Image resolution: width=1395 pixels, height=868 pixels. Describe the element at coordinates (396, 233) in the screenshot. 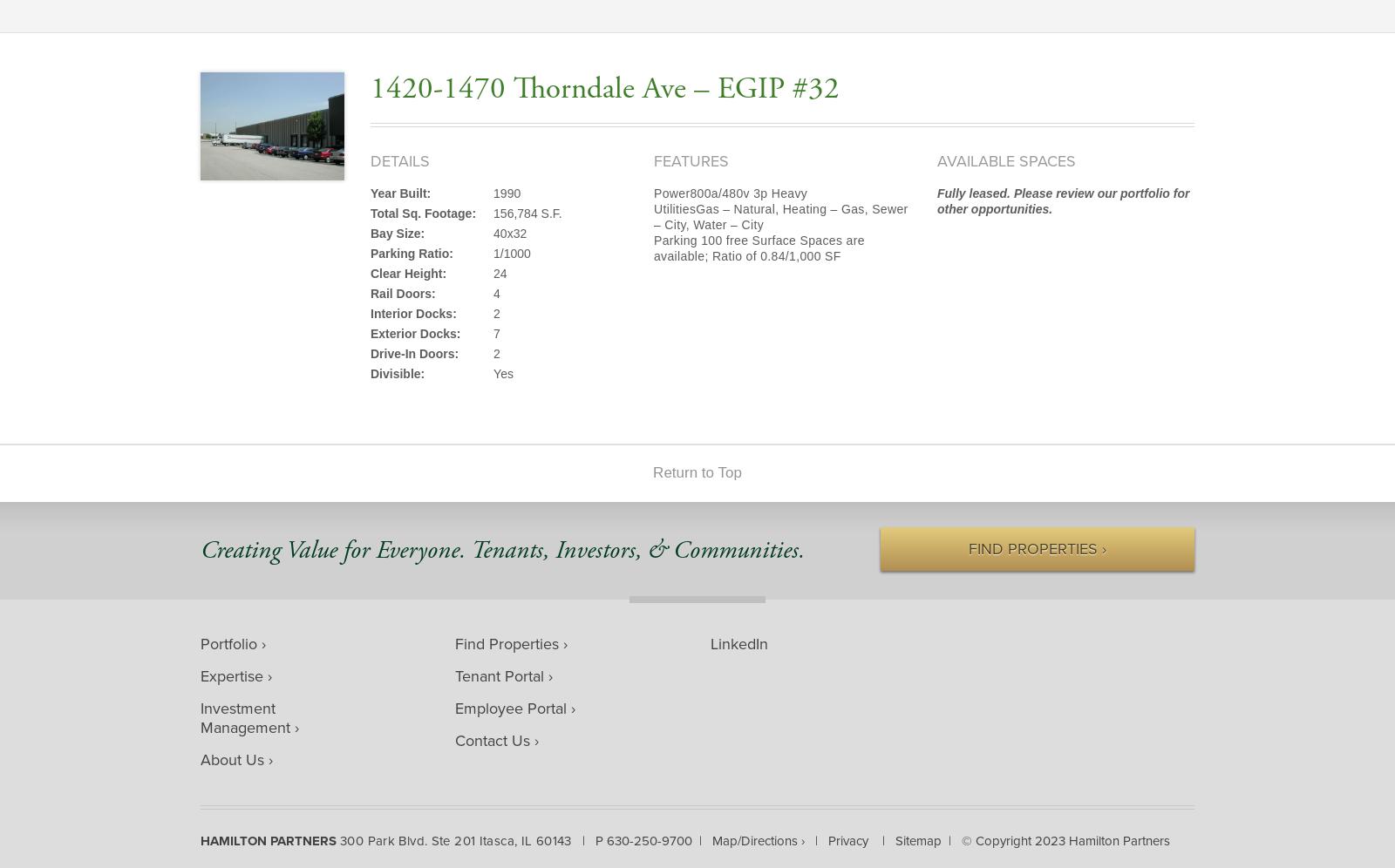

I see `'Bay Size:'` at that location.